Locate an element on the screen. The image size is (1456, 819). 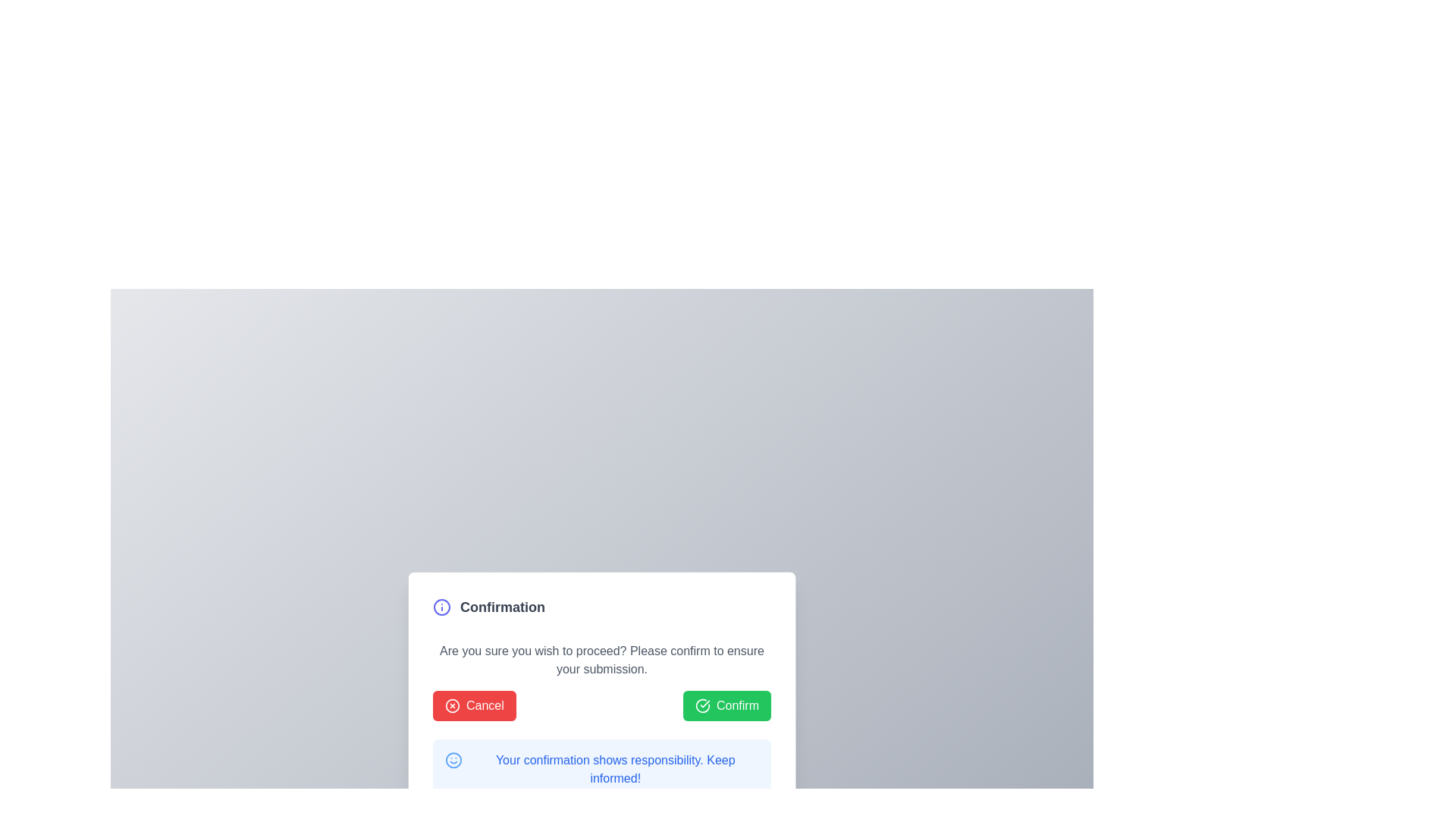
text label that serves as a header or title, positioned horizontally in a row as the second item from the left, after an informational icon is located at coordinates (502, 607).